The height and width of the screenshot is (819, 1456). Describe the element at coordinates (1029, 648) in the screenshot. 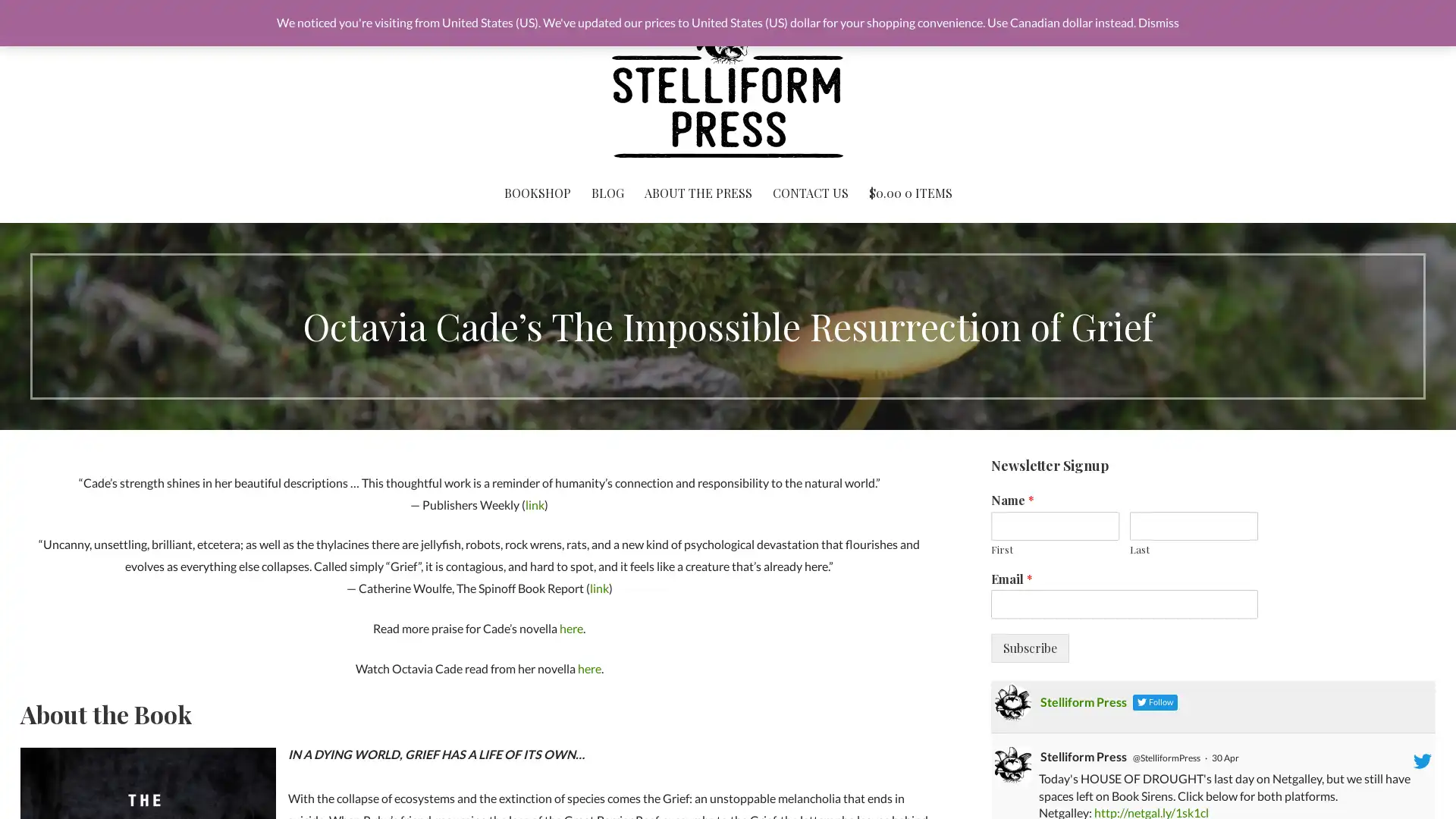

I see `Subscribe` at that location.